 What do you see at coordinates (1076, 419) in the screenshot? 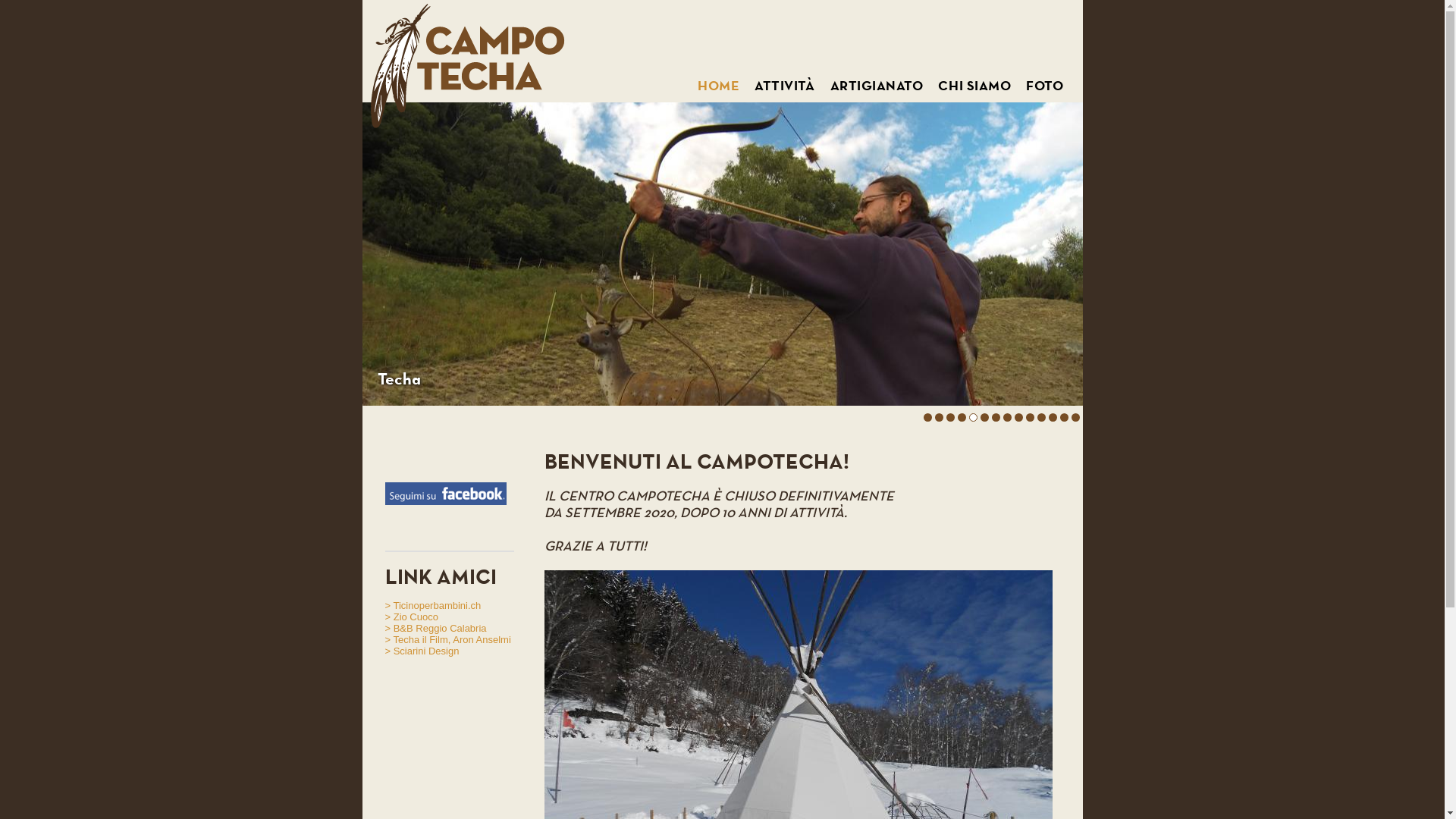
I see `'14'` at bounding box center [1076, 419].